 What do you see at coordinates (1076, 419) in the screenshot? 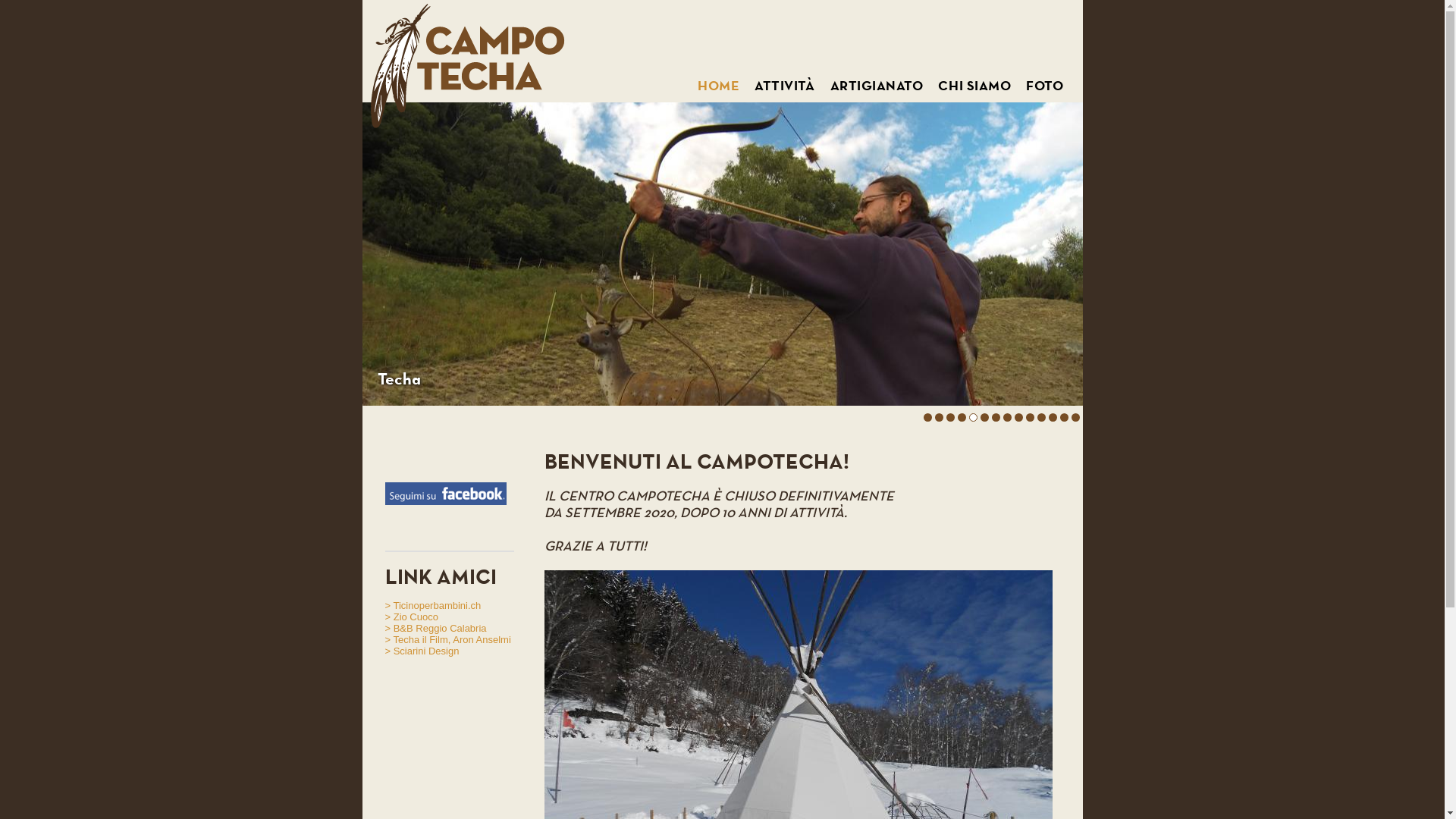
I see `'14'` at bounding box center [1076, 419].